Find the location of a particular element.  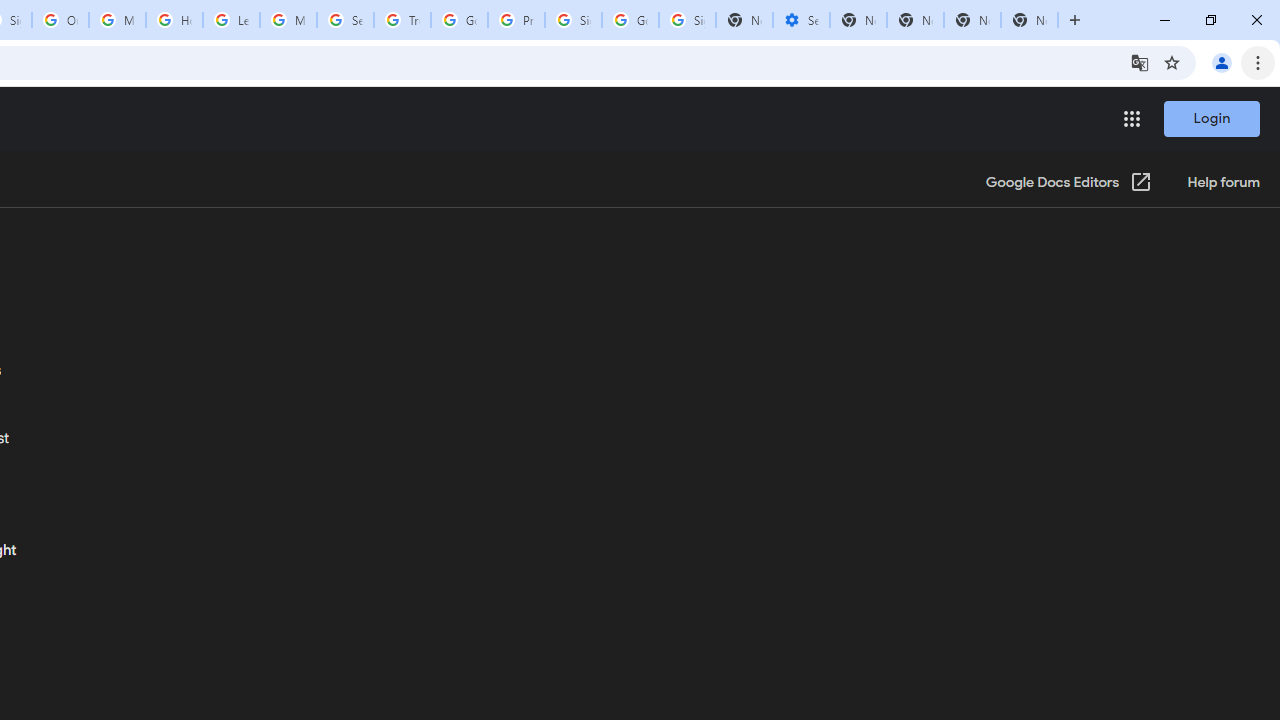

'Sign in - Google Accounts' is located at coordinates (572, 20).